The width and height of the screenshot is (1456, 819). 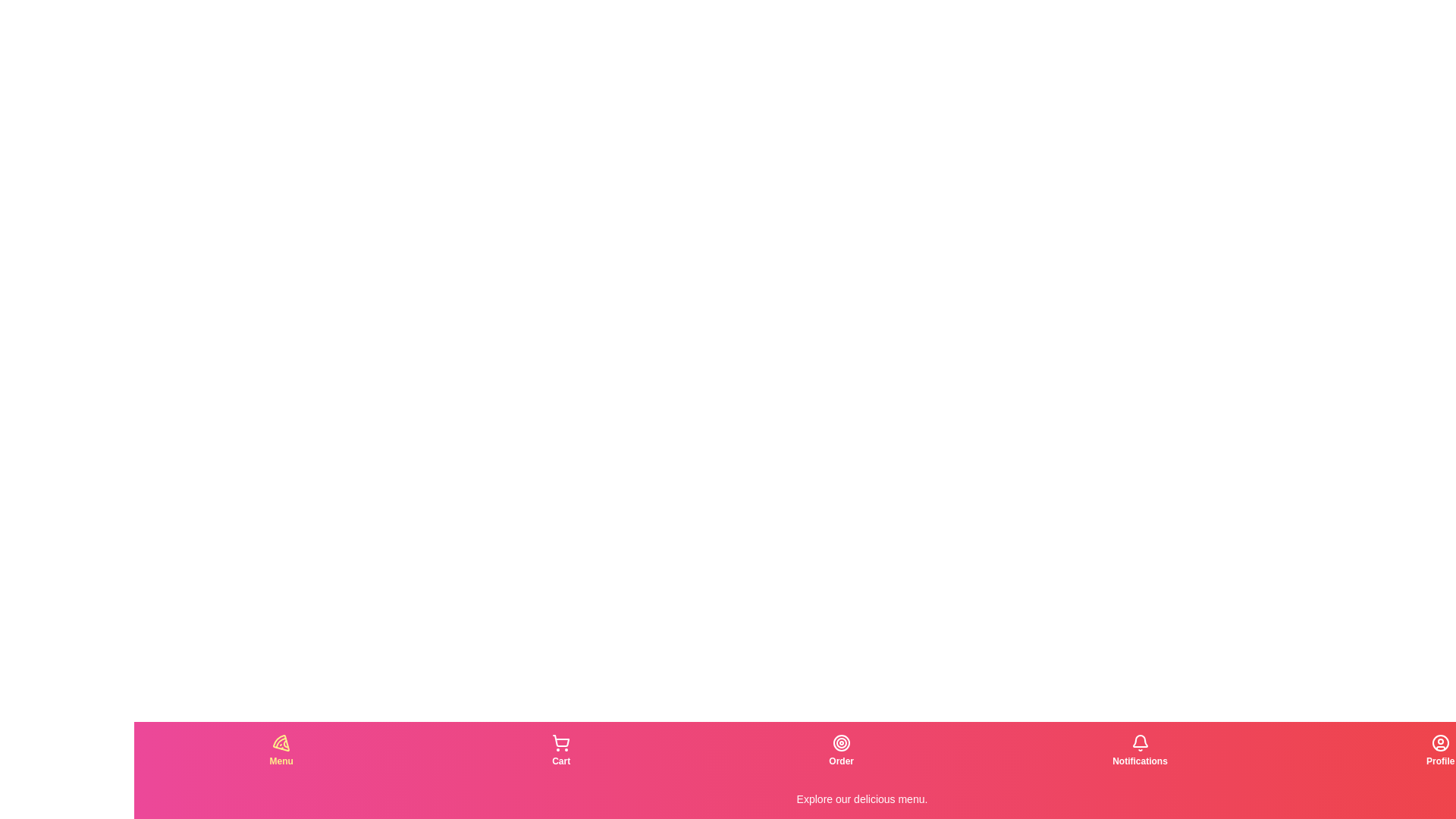 I want to click on the tab corresponding to Notifications, so click(x=1139, y=751).